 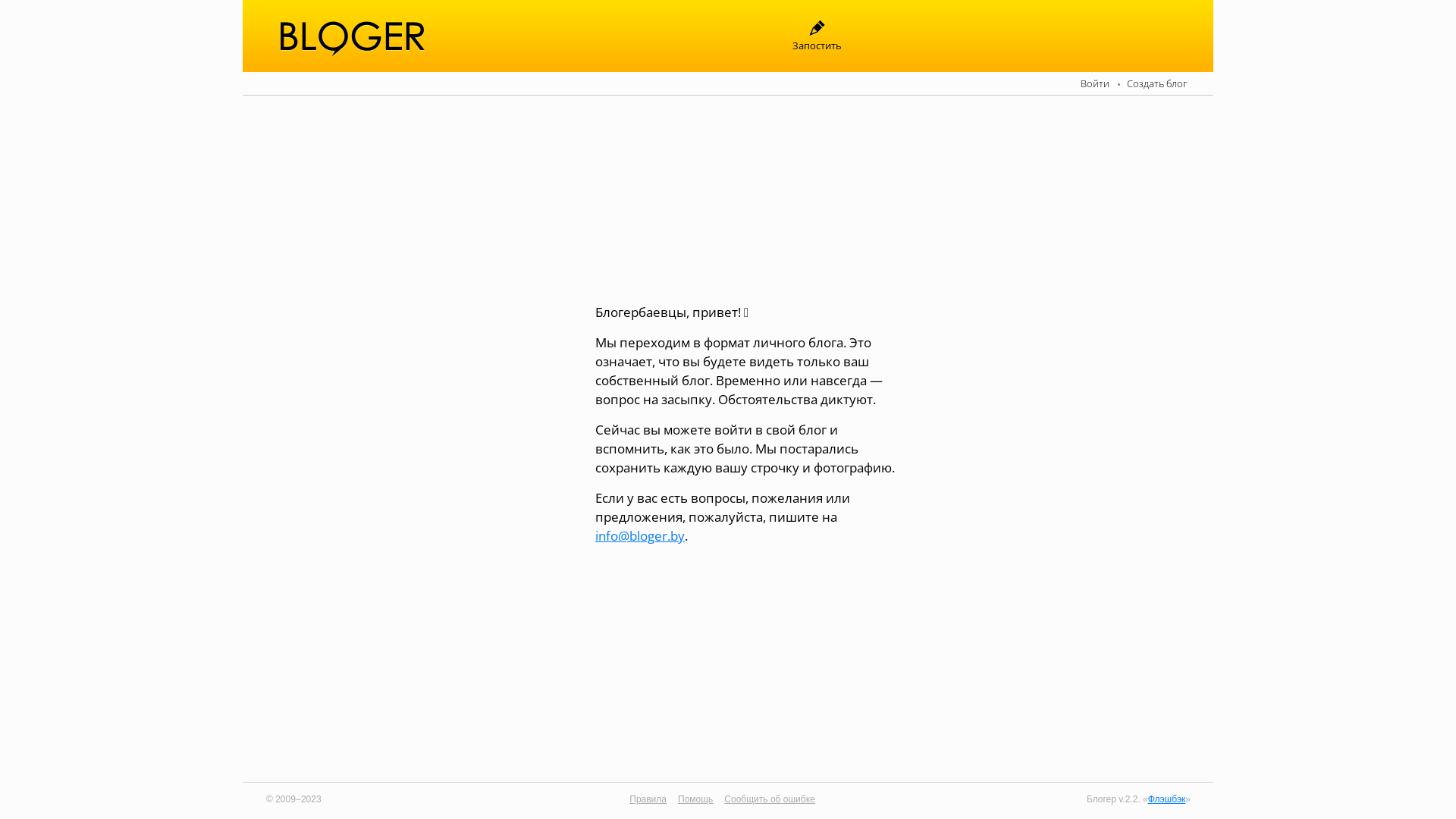 What do you see at coordinates (595, 534) in the screenshot?
I see `'info@bloger.by'` at bounding box center [595, 534].